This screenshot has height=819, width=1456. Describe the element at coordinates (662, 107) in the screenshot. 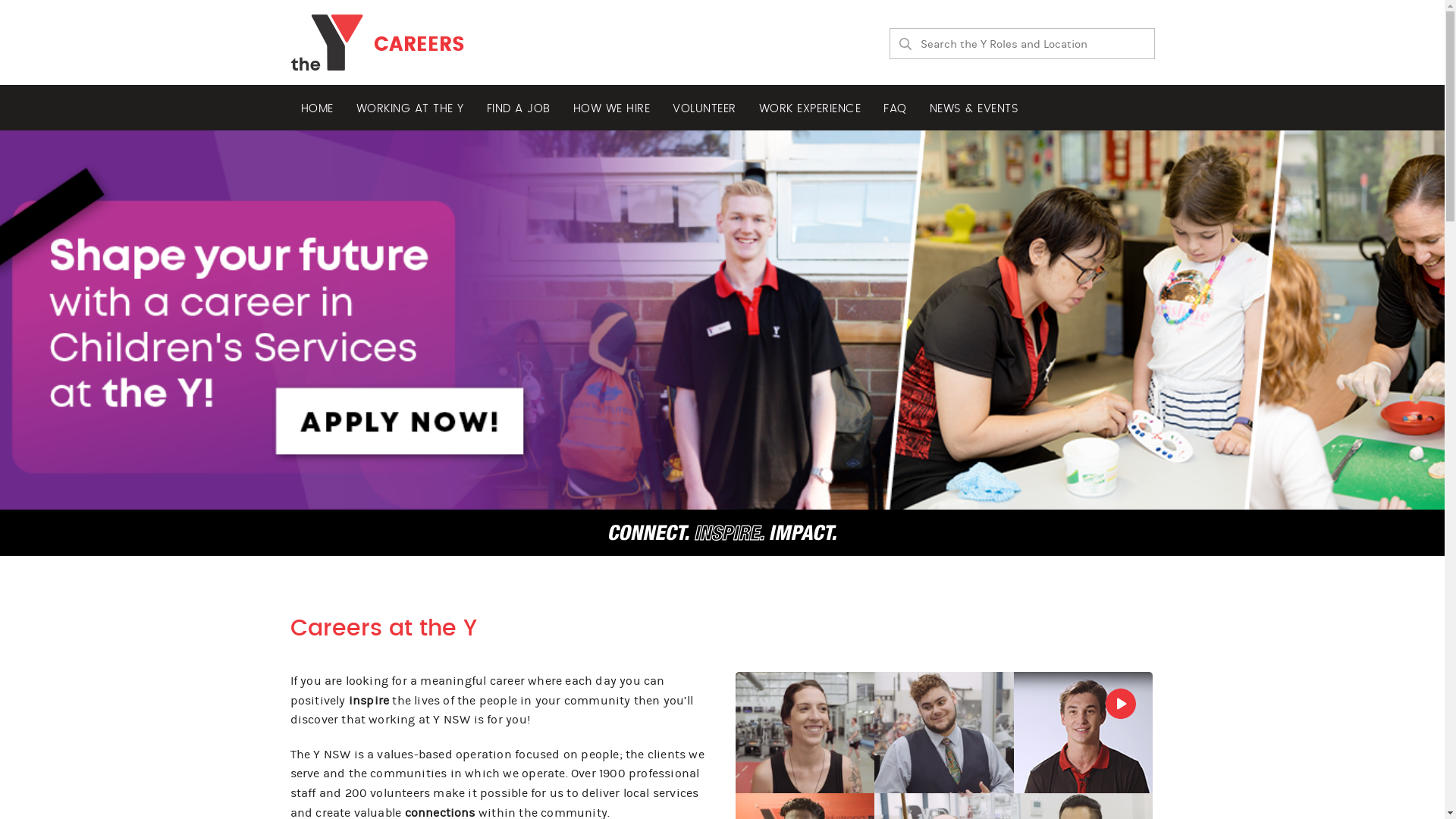

I see `'VOLUNTEER'` at that location.